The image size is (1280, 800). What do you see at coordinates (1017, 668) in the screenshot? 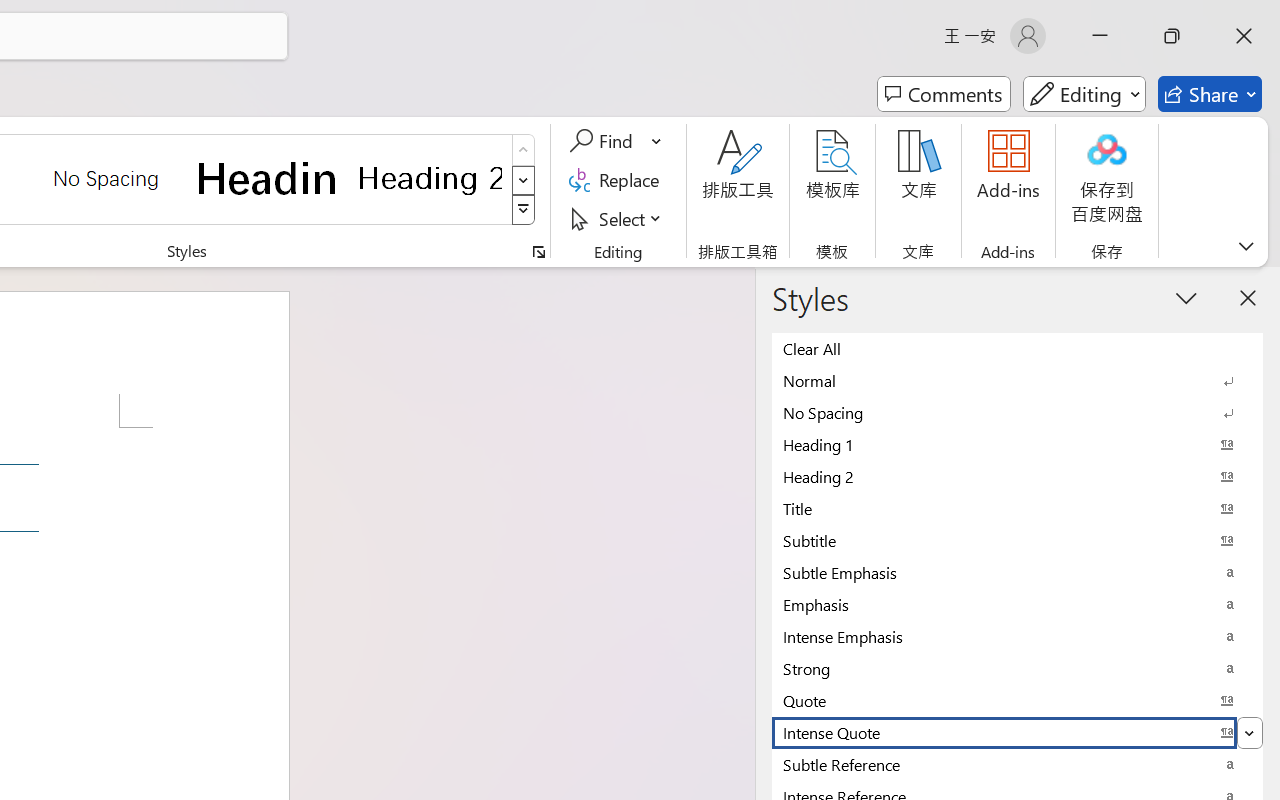
I see `'Strong'` at bounding box center [1017, 668].